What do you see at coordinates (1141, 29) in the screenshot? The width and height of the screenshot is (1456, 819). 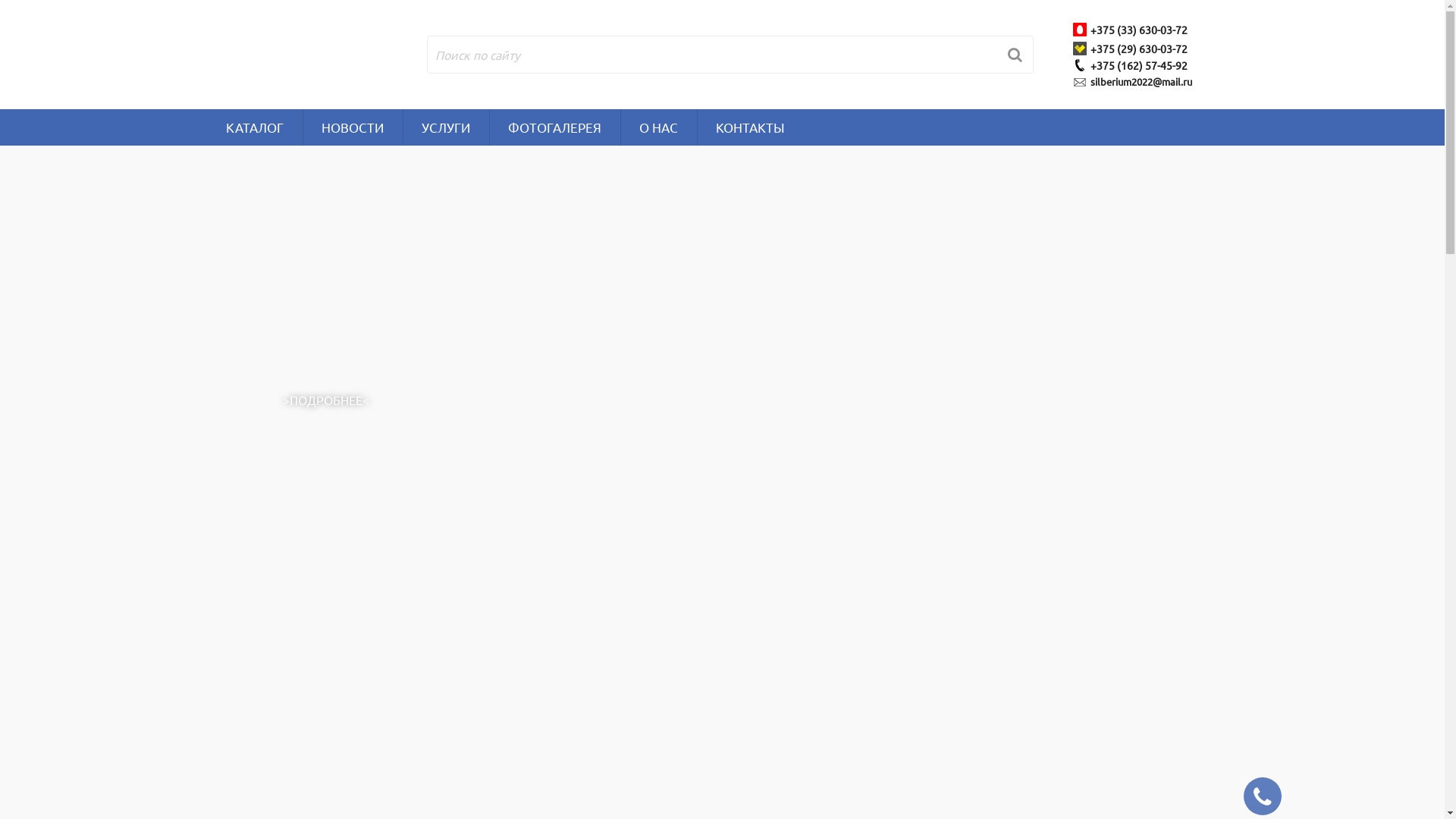 I see `'+375 (33) 630-03-72'` at bounding box center [1141, 29].